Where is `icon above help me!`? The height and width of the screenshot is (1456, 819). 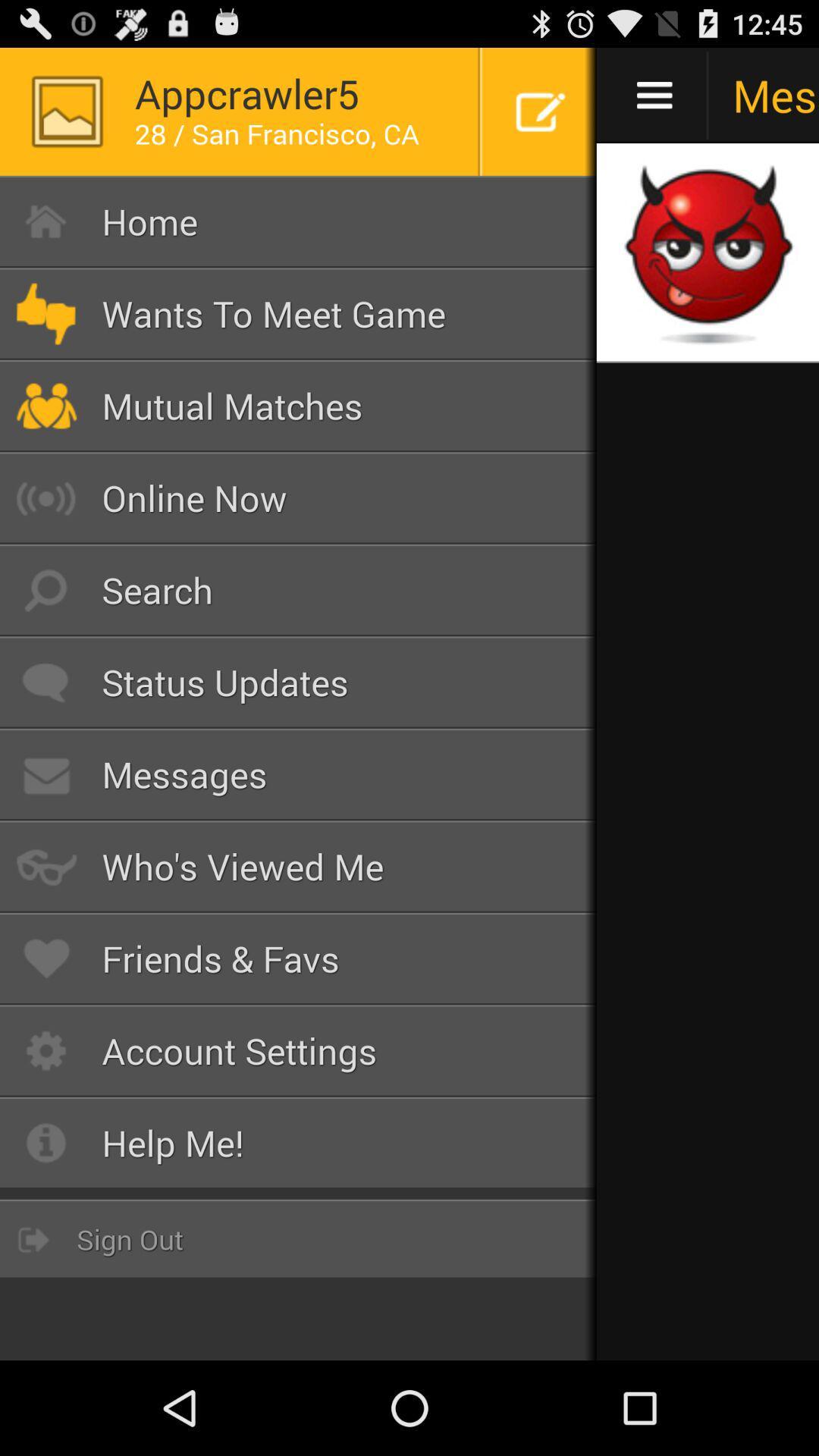
icon above help me! is located at coordinates (298, 1050).